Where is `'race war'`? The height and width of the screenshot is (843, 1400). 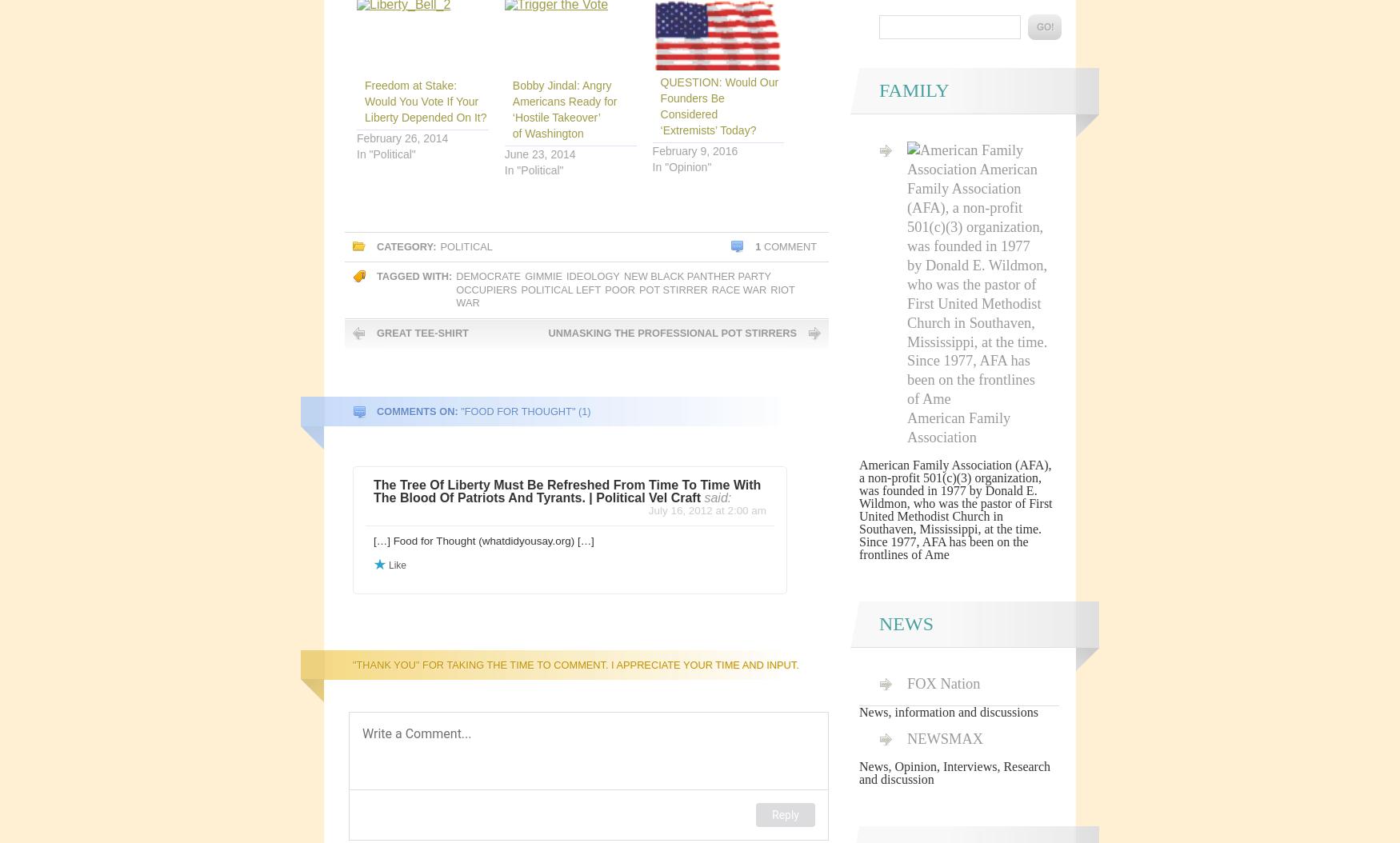
'race war' is located at coordinates (738, 289).